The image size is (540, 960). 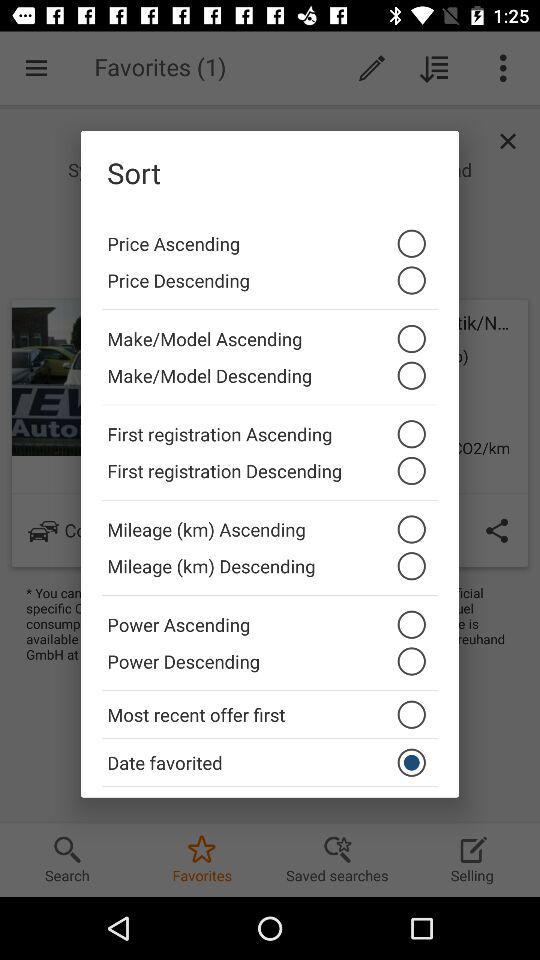 What do you see at coordinates (270, 761) in the screenshot?
I see `date favorited item` at bounding box center [270, 761].